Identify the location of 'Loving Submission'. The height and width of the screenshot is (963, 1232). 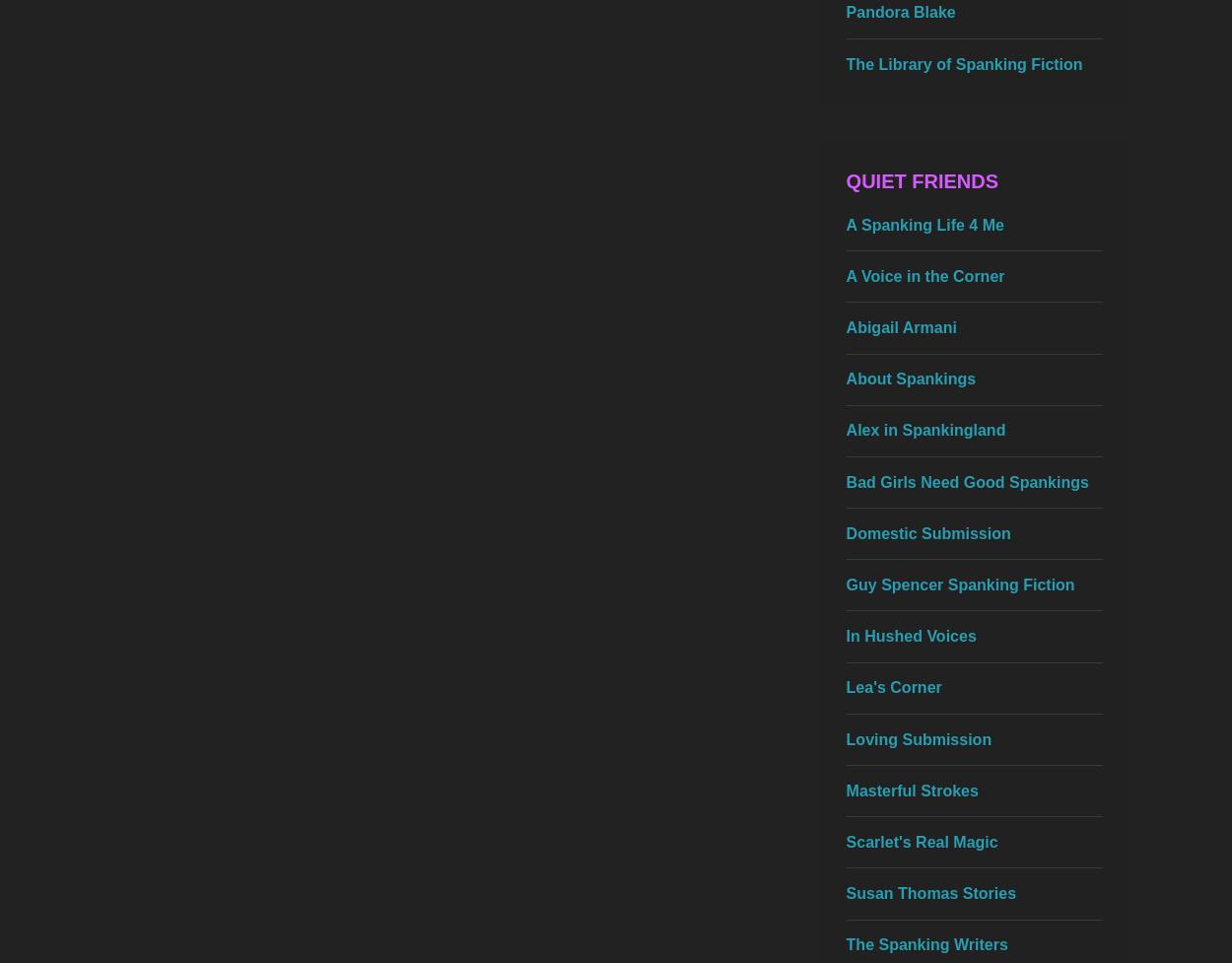
(919, 738).